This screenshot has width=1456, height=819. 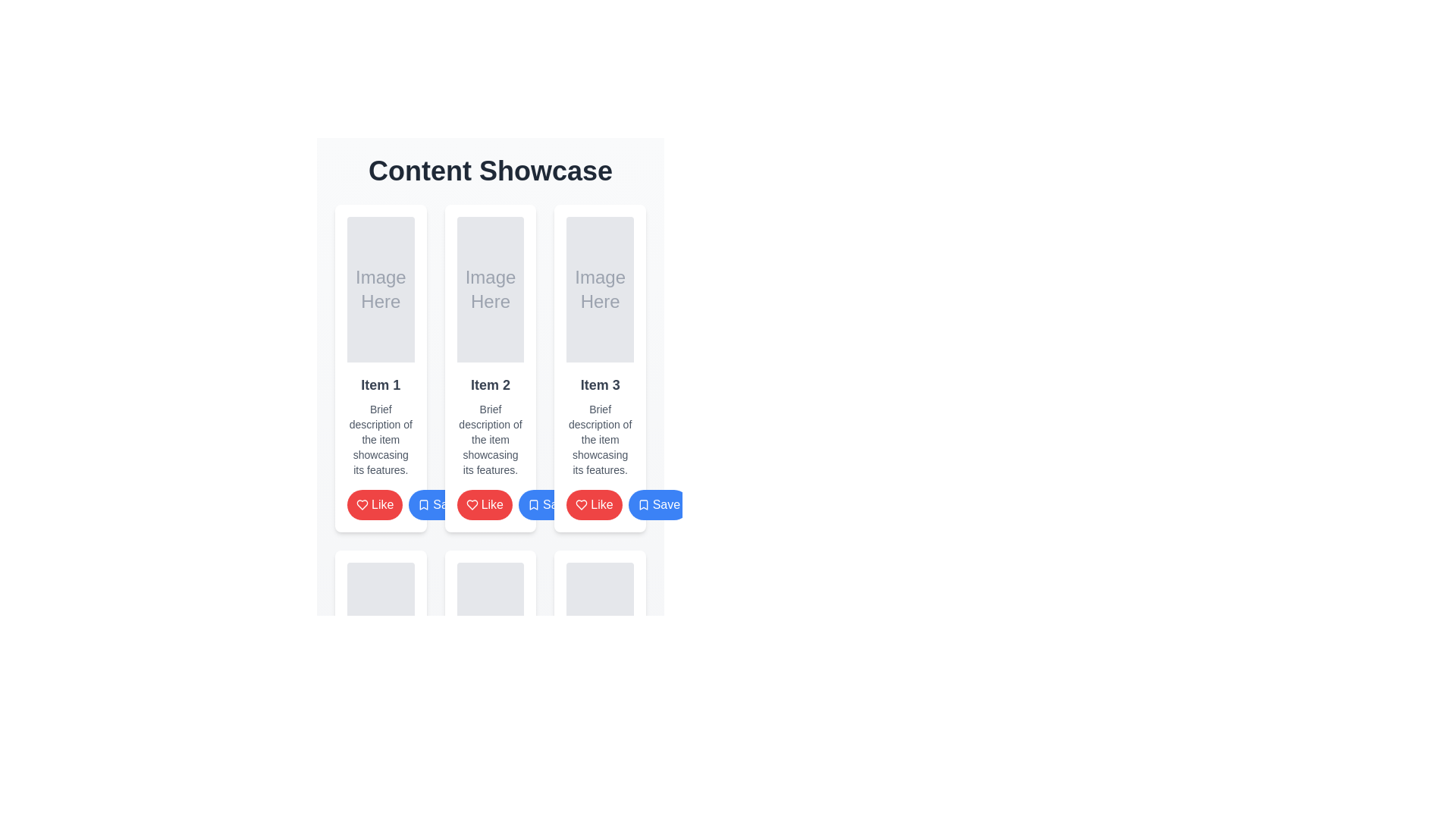 What do you see at coordinates (491, 439) in the screenshot?
I see `the static text block that provides a brief description of the item in the second card, located below the heading 'Item 2' and above the 'Like' and 'Save' buttons` at bounding box center [491, 439].